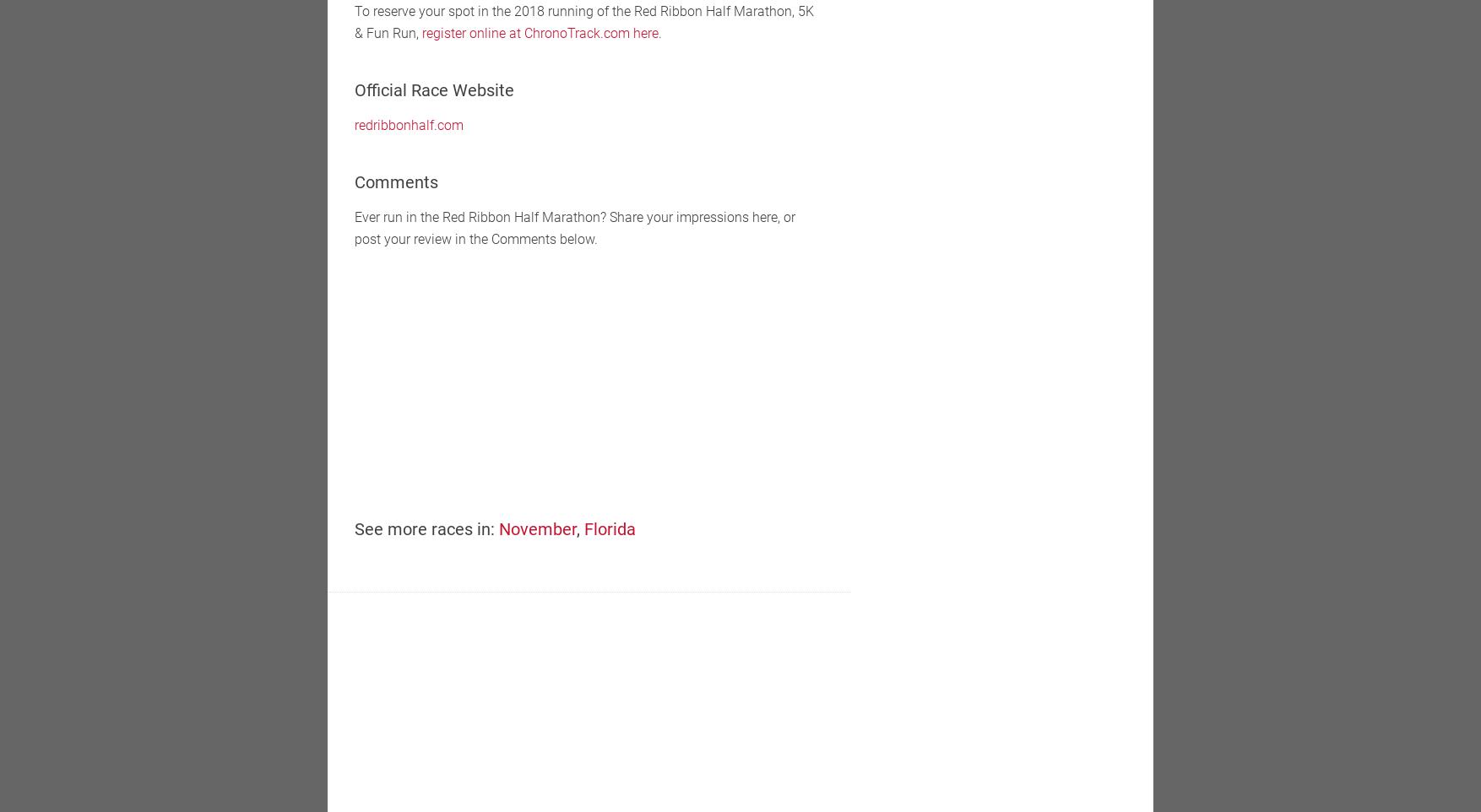  I want to click on 'Comments', so click(395, 181).